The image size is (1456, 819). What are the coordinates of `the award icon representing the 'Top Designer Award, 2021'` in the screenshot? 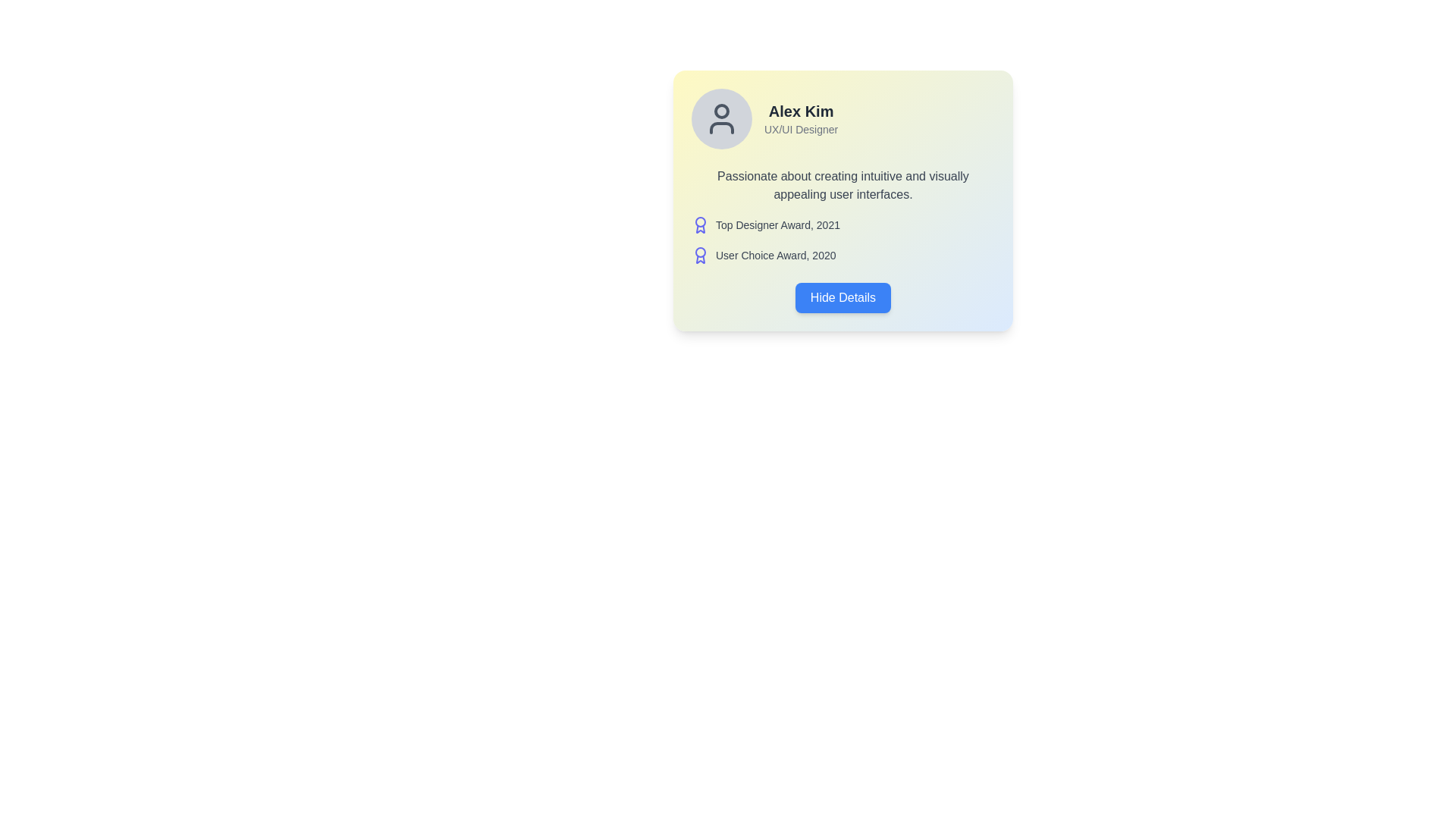 It's located at (700, 225).